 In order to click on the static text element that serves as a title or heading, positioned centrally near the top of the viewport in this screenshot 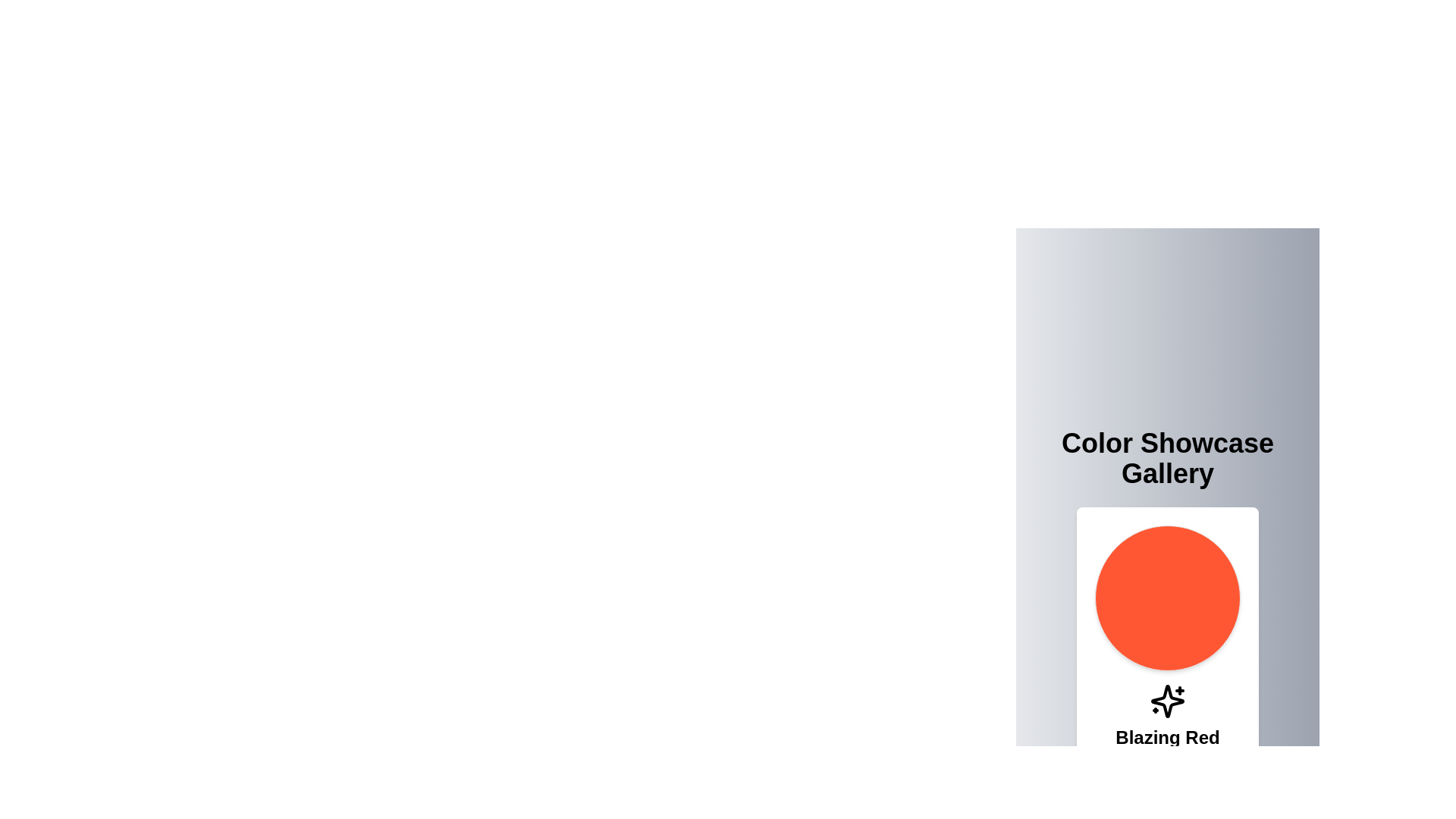, I will do `click(1167, 458)`.